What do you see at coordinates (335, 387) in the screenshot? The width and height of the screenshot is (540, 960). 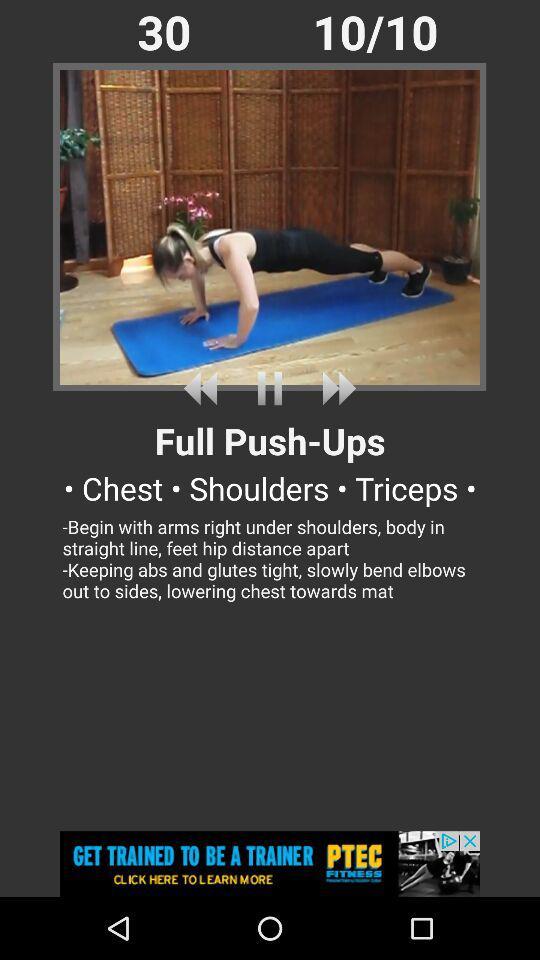 I see `fast forward button` at bounding box center [335, 387].